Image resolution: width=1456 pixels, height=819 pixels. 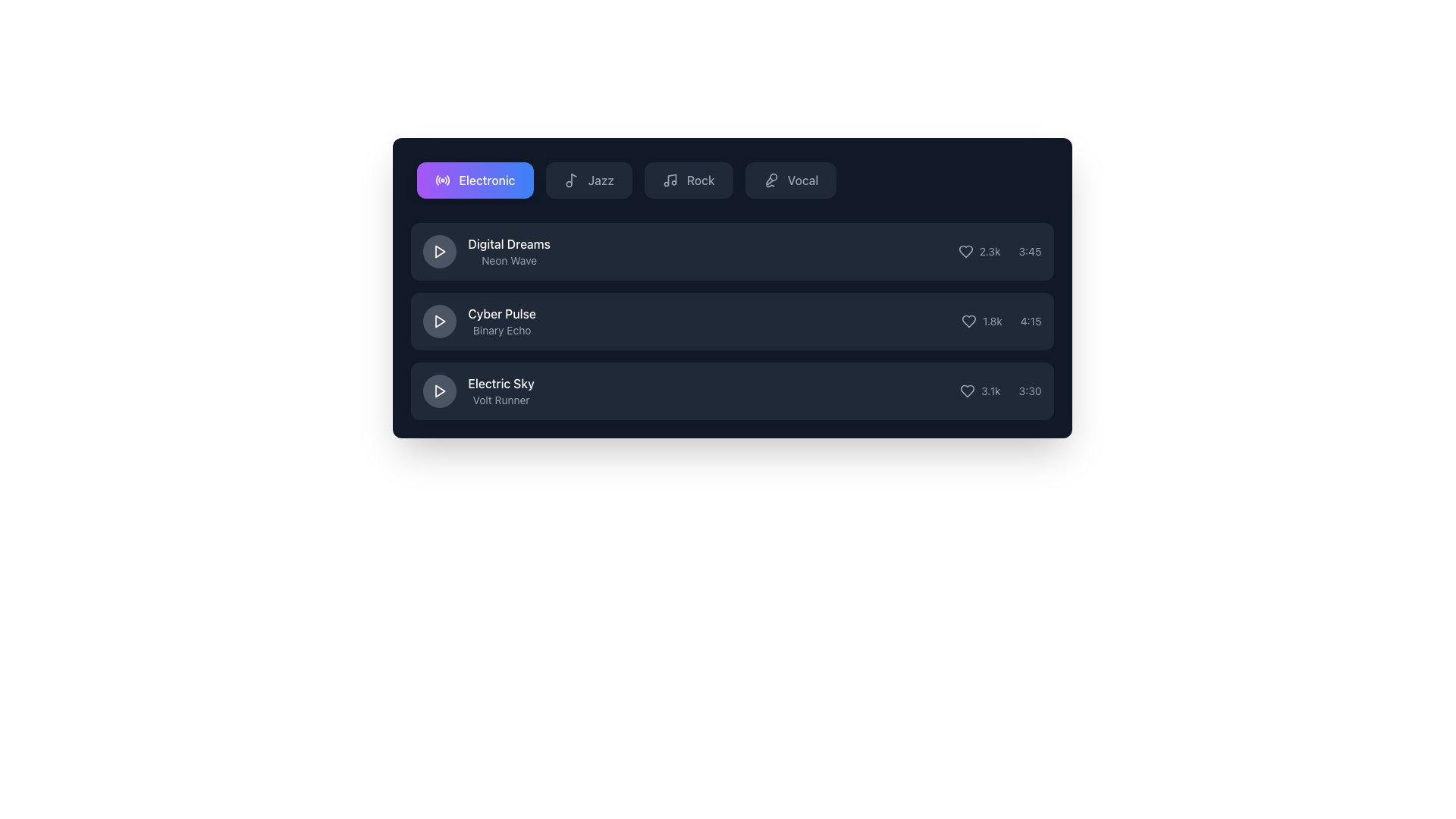 What do you see at coordinates (509, 259) in the screenshot?
I see `the subtitle text label 'Neon Wave' located directly beneath the title 'Digital Dreams' in the first row of the list-like UI structure` at bounding box center [509, 259].